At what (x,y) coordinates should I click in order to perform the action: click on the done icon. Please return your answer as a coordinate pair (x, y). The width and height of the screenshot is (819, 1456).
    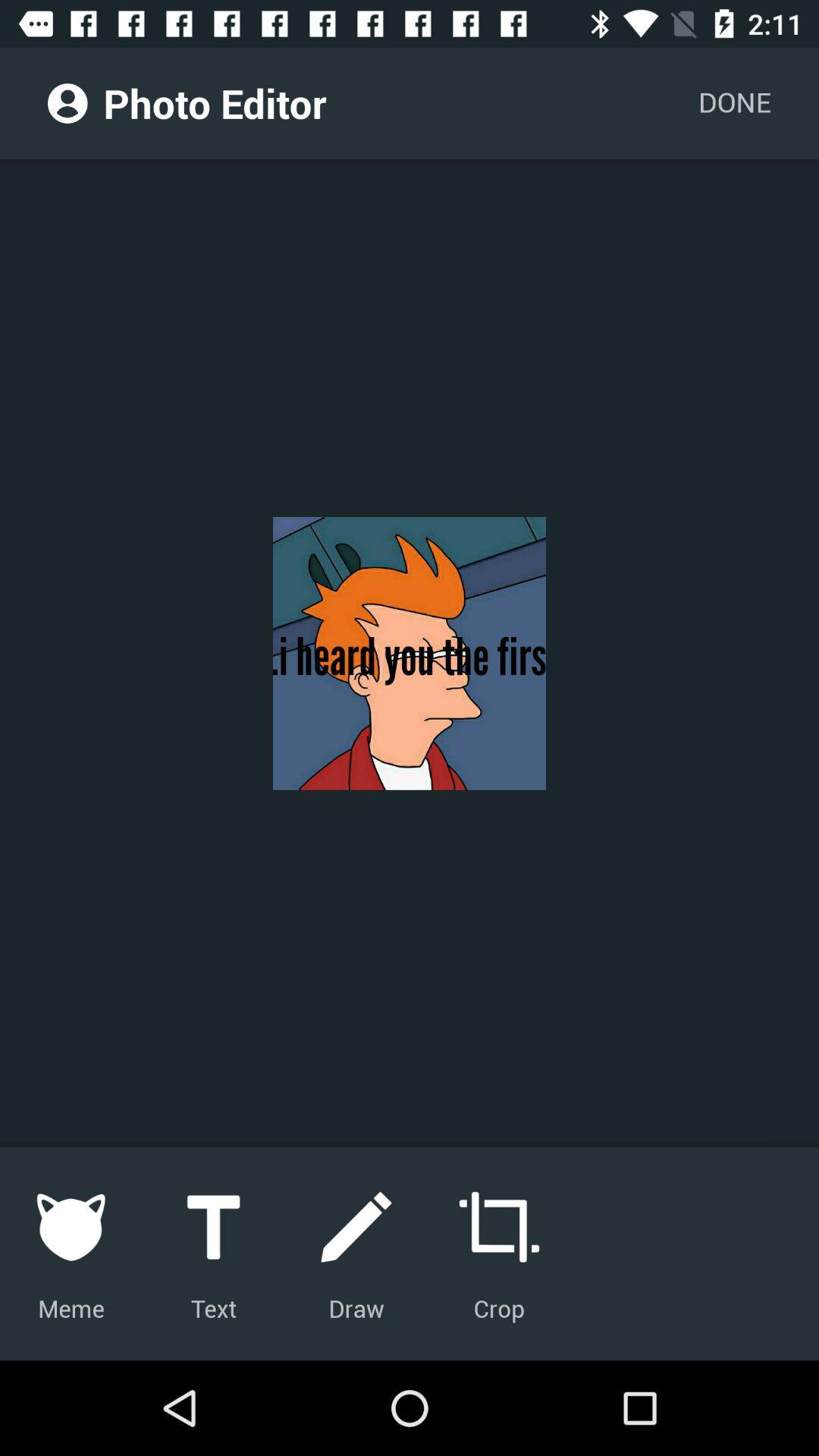
    Looking at the image, I should click on (733, 102).